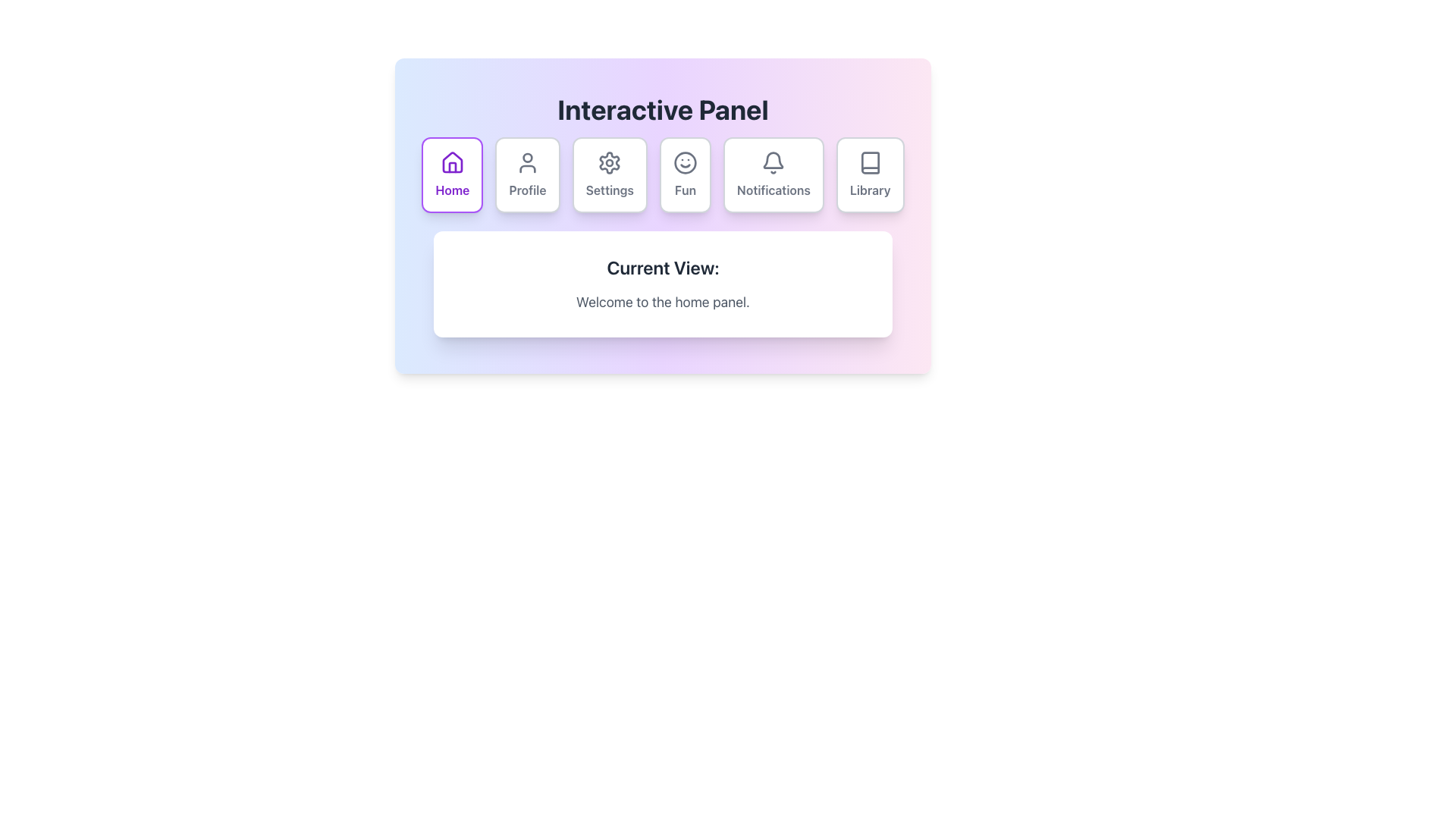 Image resolution: width=1456 pixels, height=819 pixels. I want to click on the Static Text Label that reads 'Current View:' styled in large, bold, semibold gray text, located at the top of a white rounded panel, so click(663, 267).